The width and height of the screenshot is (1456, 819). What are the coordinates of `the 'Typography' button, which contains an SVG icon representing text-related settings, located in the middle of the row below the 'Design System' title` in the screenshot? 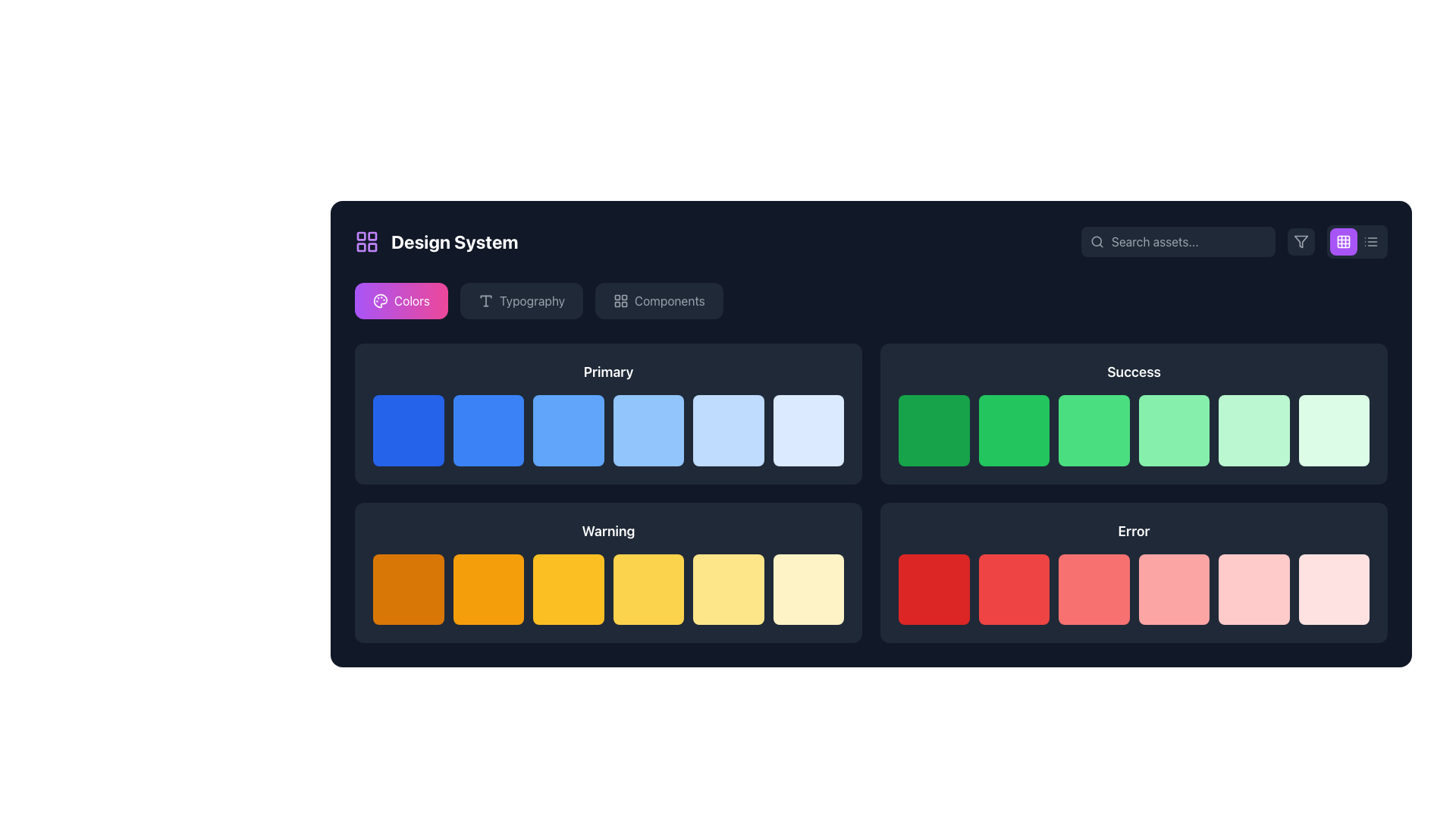 It's located at (485, 301).